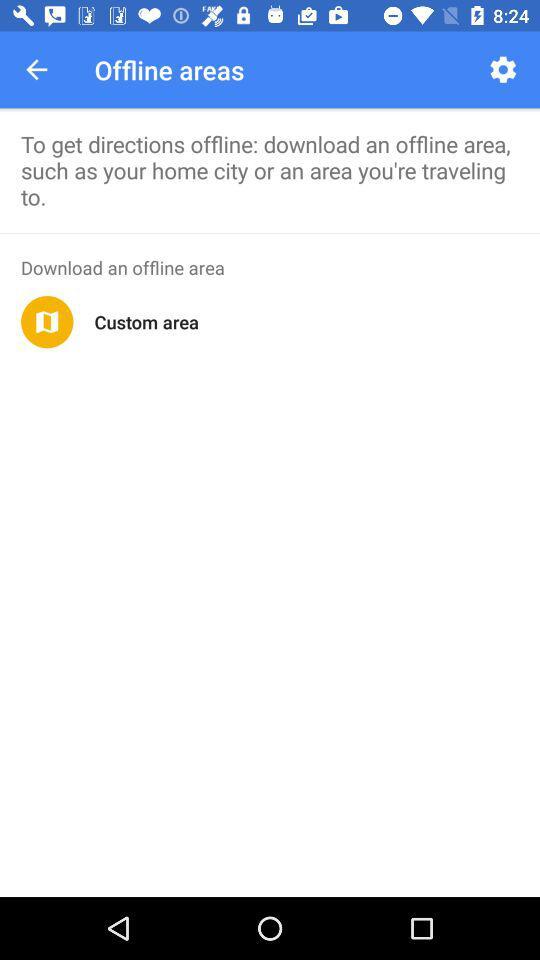 The image size is (540, 960). What do you see at coordinates (270, 169) in the screenshot?
I see `the to get directions app` at bounding box center [270, 169].